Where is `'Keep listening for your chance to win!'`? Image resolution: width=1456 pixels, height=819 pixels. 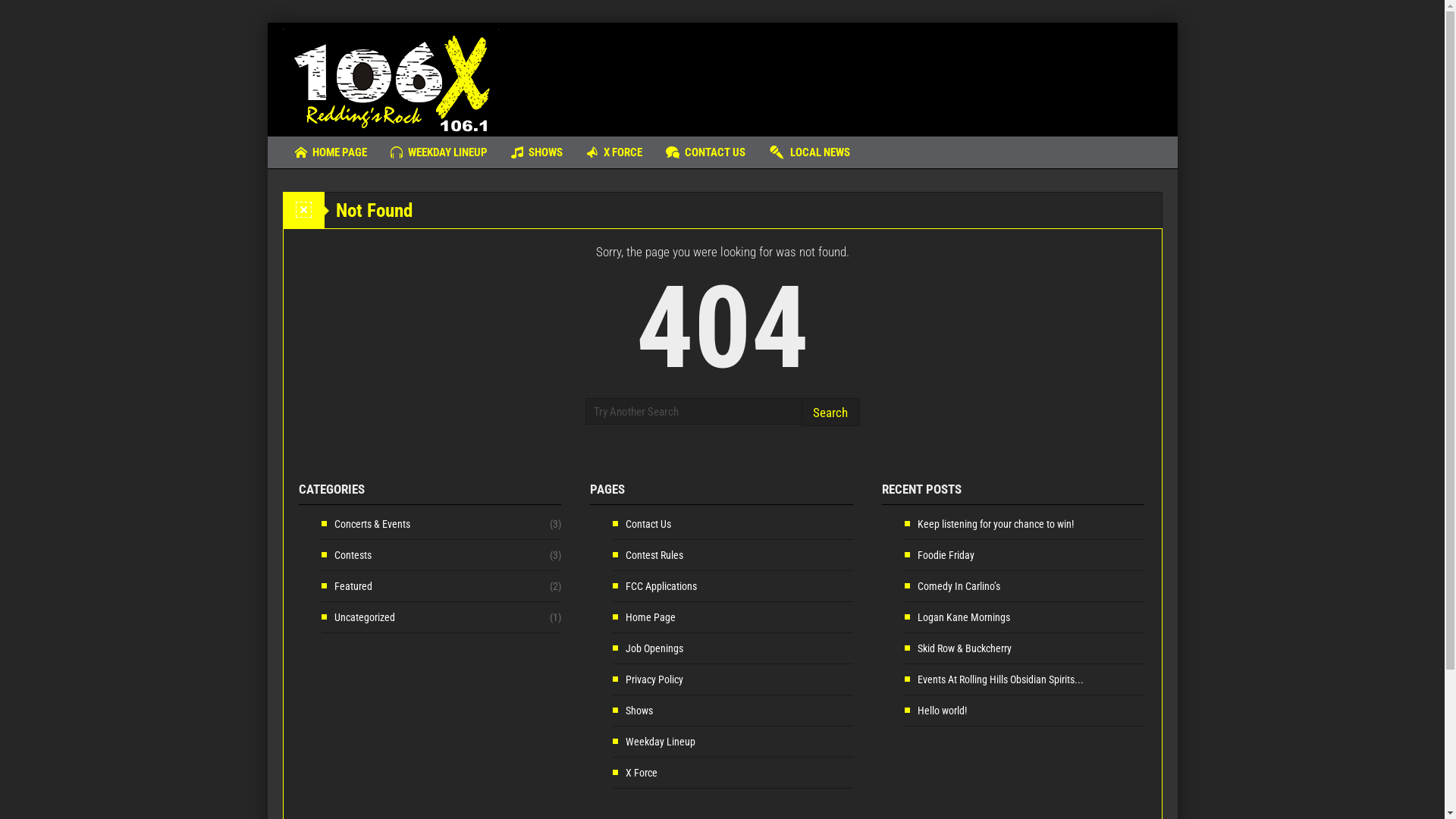
'Keep listening for your chance to win!' is located at coordinates (989, 522).